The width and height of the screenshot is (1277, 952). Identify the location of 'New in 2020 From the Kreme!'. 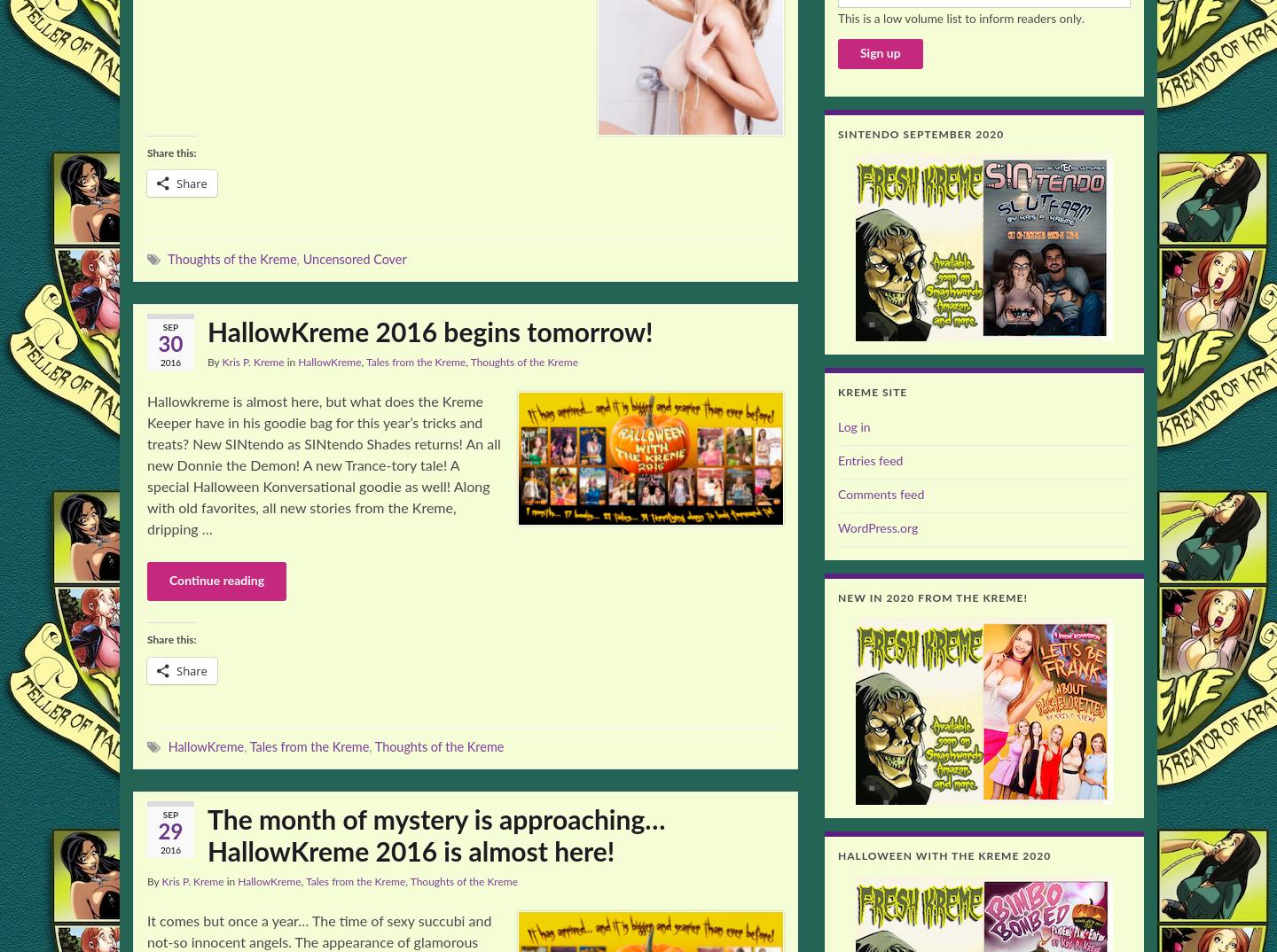
(932, 597).